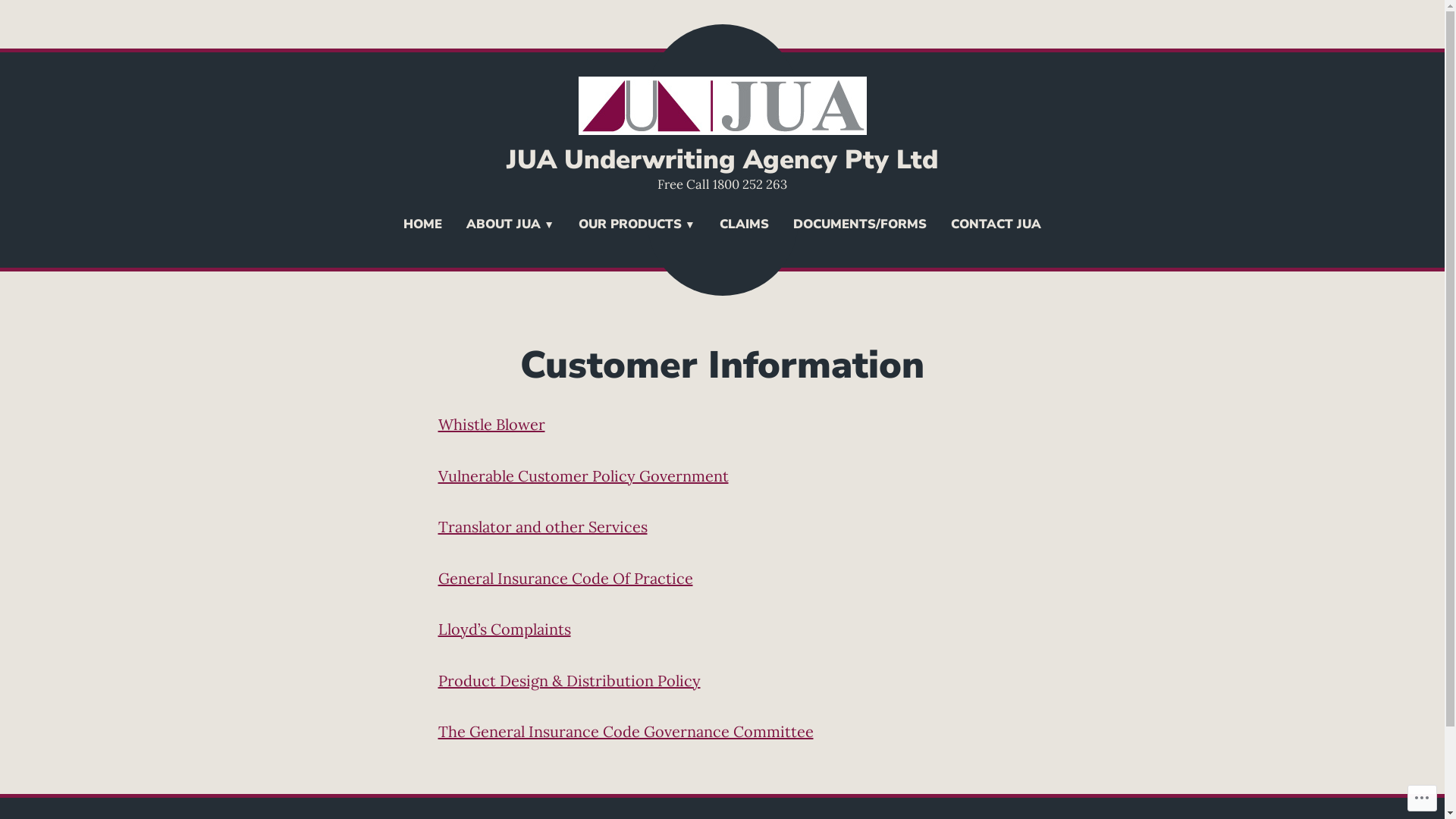 This screenshot has height=819, width=1456. Describe the element at coordinates (566, 225) in the screenshot. I see `'OUR PRODUCTS'` at that location.